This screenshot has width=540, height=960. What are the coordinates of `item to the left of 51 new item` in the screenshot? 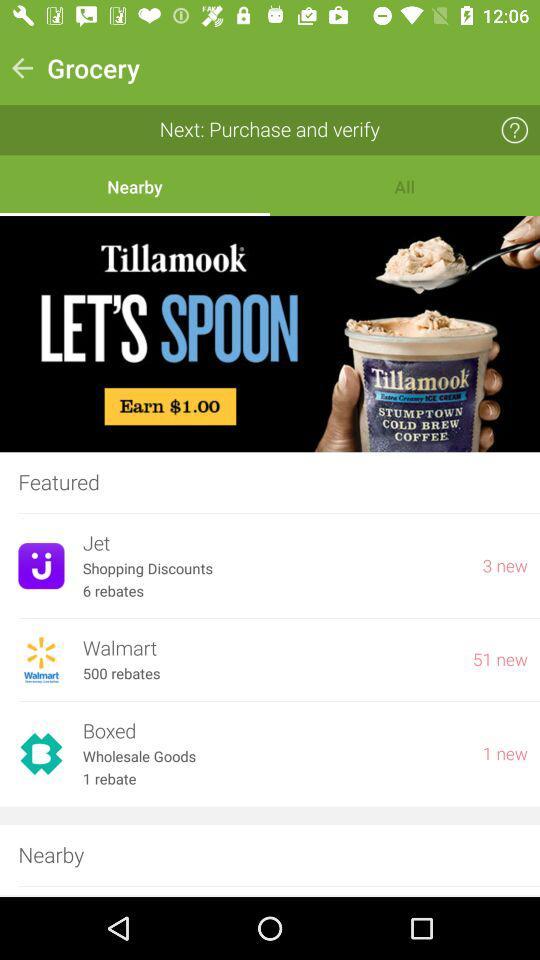 It's located at (121, 674).